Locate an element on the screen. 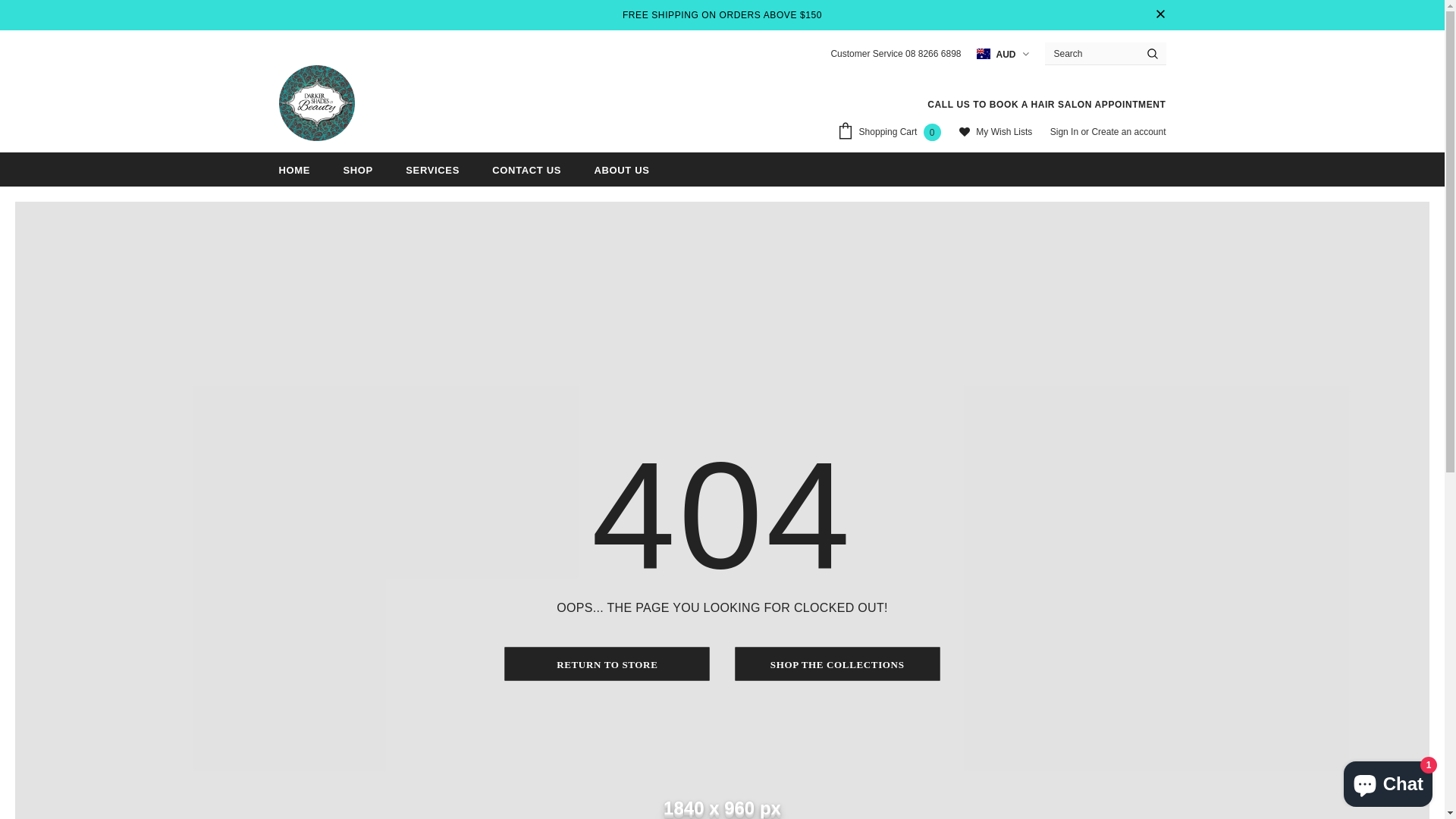 Image resolution: width=1456 pixels, height=819 pixels. 'Shopping Cart 0' is located at coordinates (892, 133).